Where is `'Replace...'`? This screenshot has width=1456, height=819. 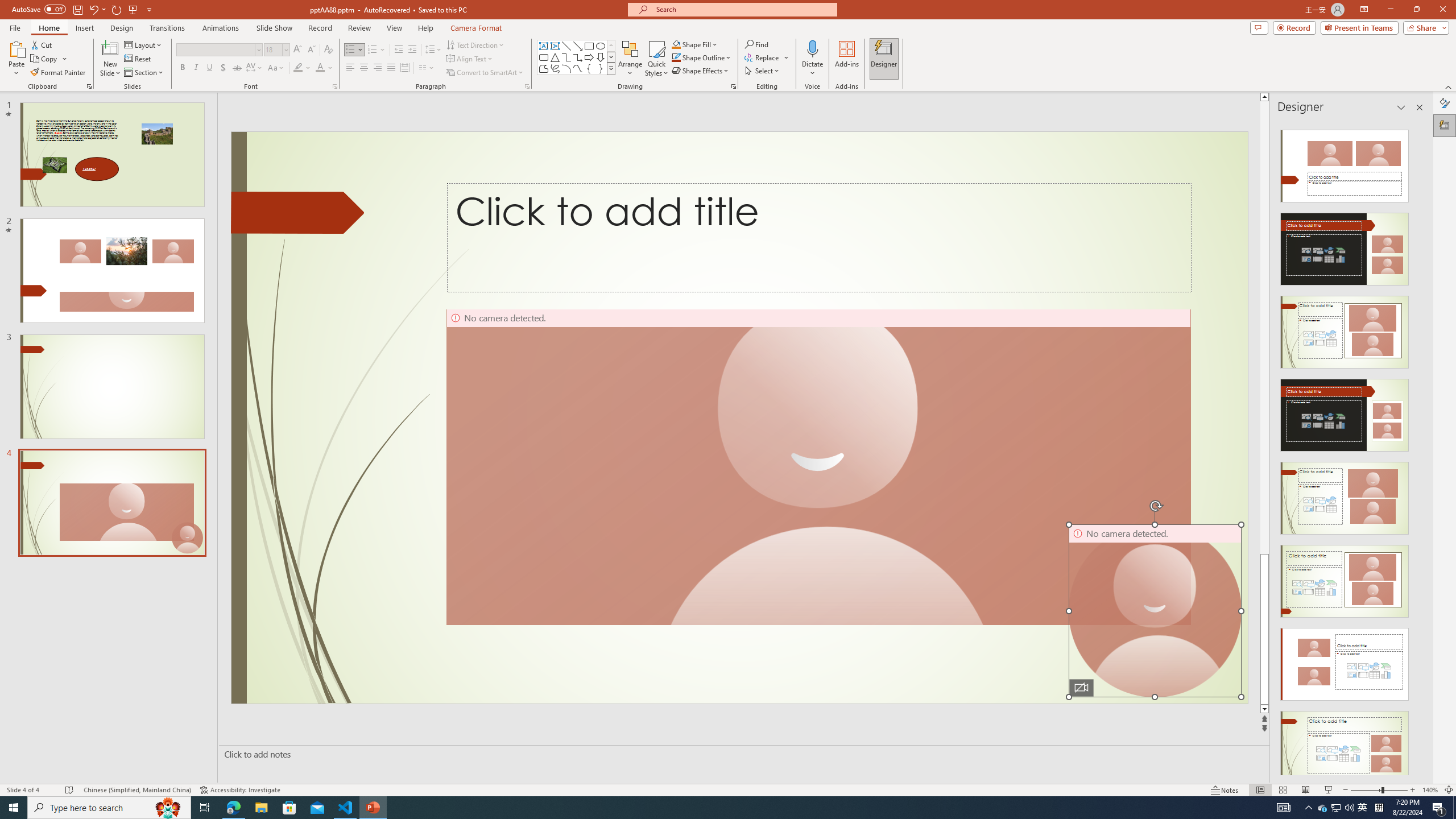
'Replace...' is located at coordinates (763, 56).